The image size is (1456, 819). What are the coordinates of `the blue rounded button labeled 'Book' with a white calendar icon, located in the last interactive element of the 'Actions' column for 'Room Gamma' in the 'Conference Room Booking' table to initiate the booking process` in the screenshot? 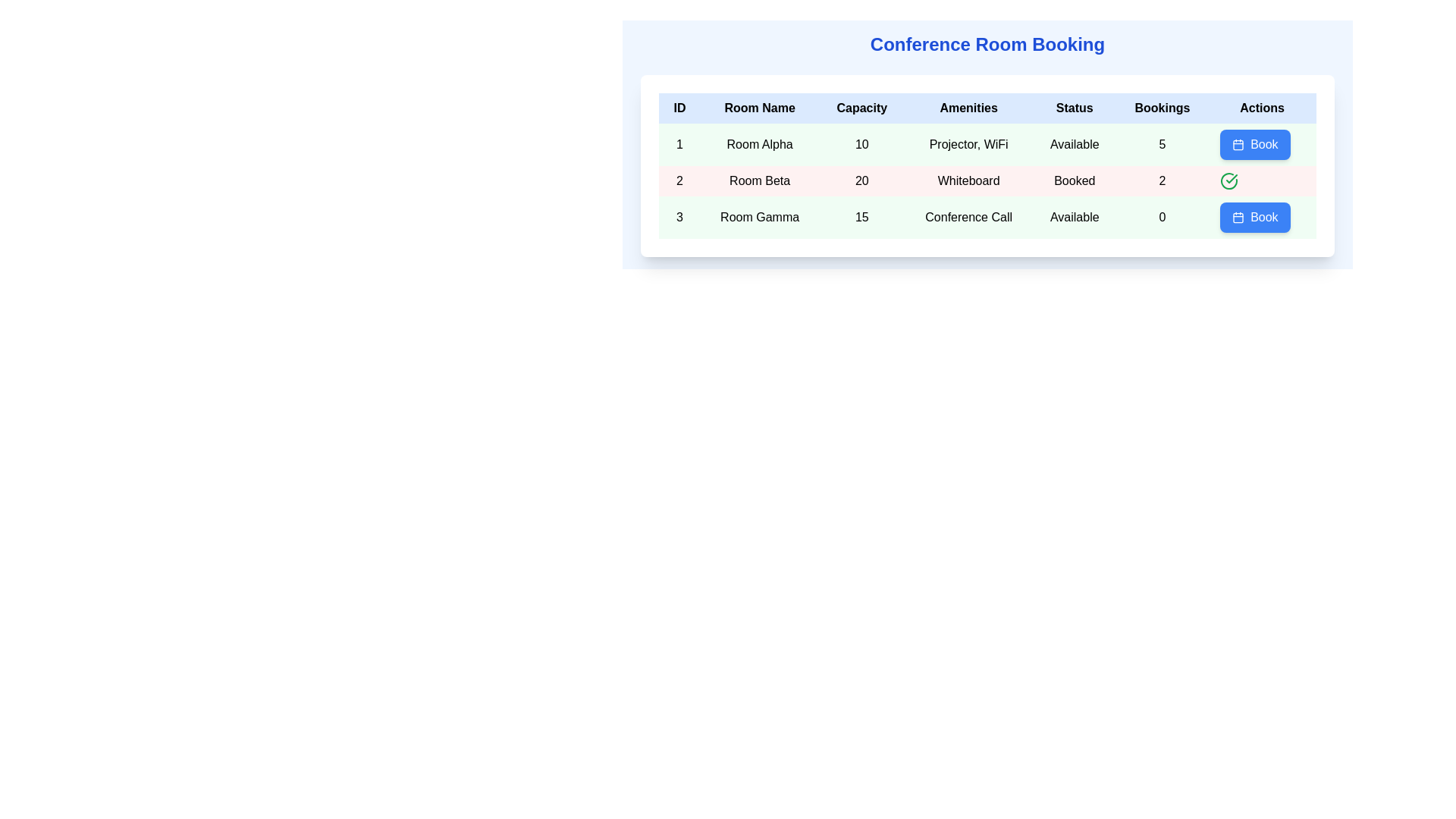 It's located at (1255, 217).